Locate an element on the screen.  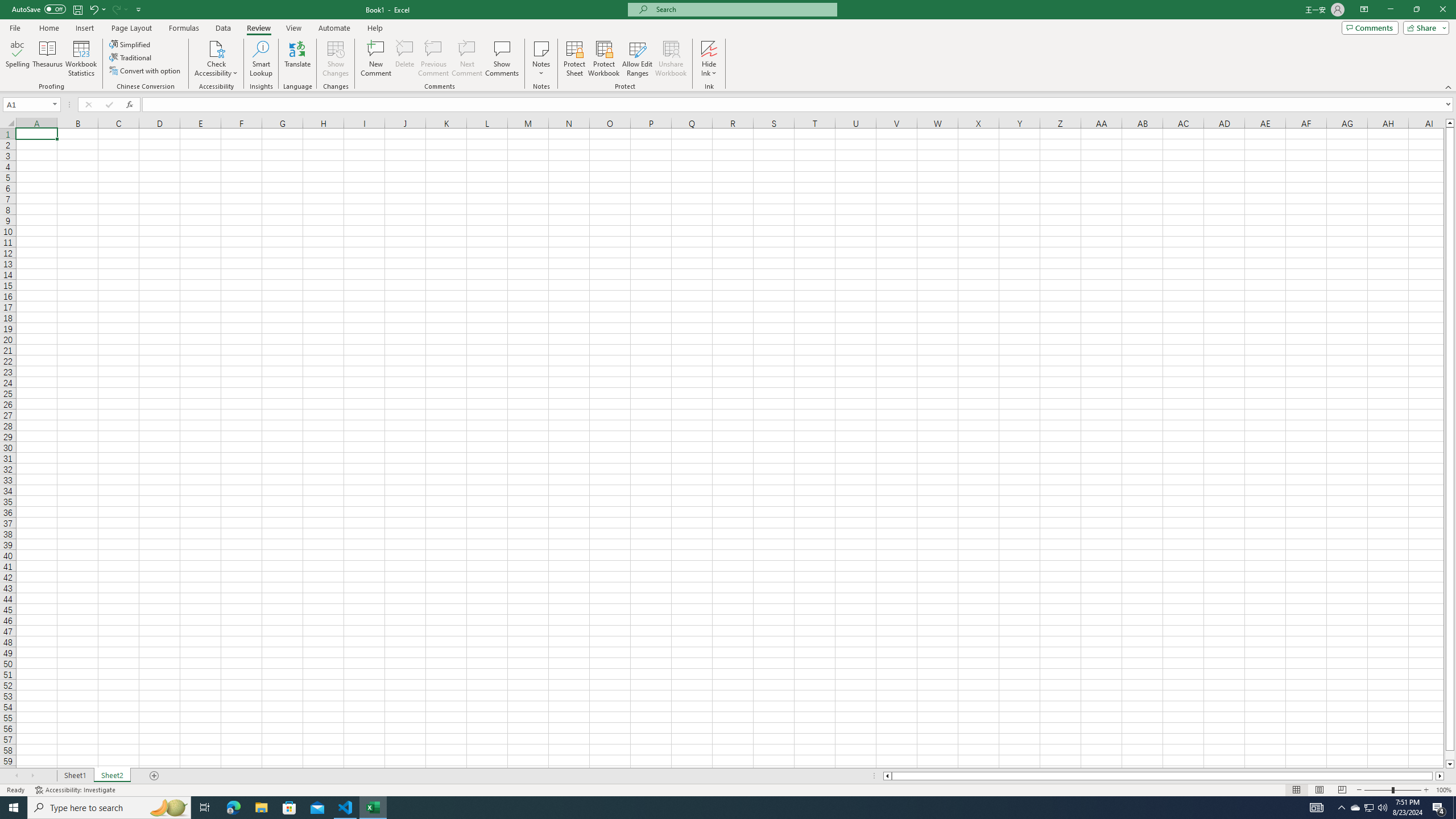
'Check Accessibility' is located at coordinates (216, 48).